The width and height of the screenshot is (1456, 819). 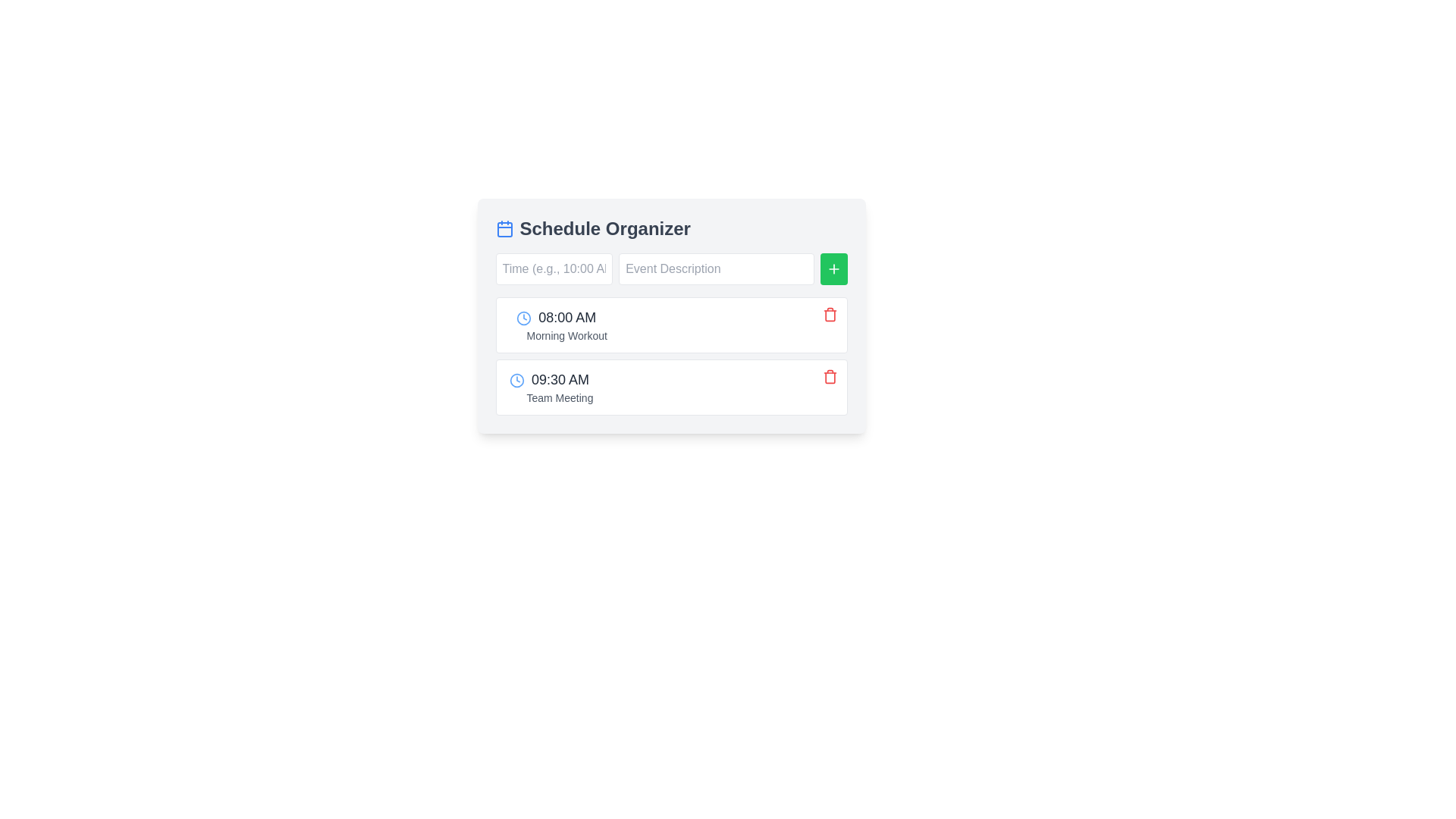 What do you see at coordinates (516, 380) in the screenshot?
I see `the circular blue clock icon located to the left of the time text '09:30 AM'` at bounding box center [516, 380].